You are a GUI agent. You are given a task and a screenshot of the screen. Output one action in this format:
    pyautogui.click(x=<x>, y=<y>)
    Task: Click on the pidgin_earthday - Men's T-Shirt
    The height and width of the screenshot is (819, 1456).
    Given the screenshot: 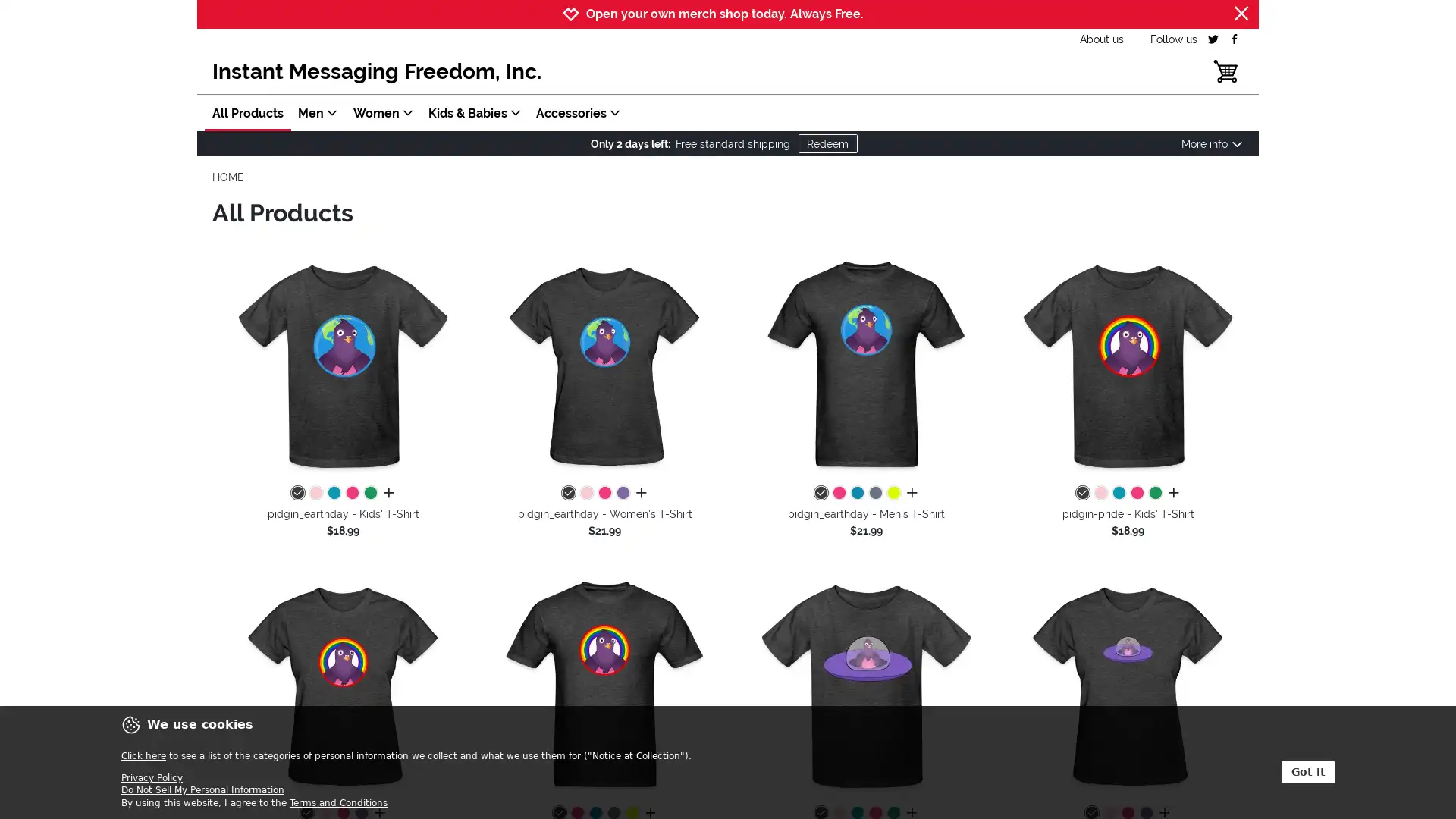 What is the action you would take?
    pyautogui.click(x=866, y=366)
    